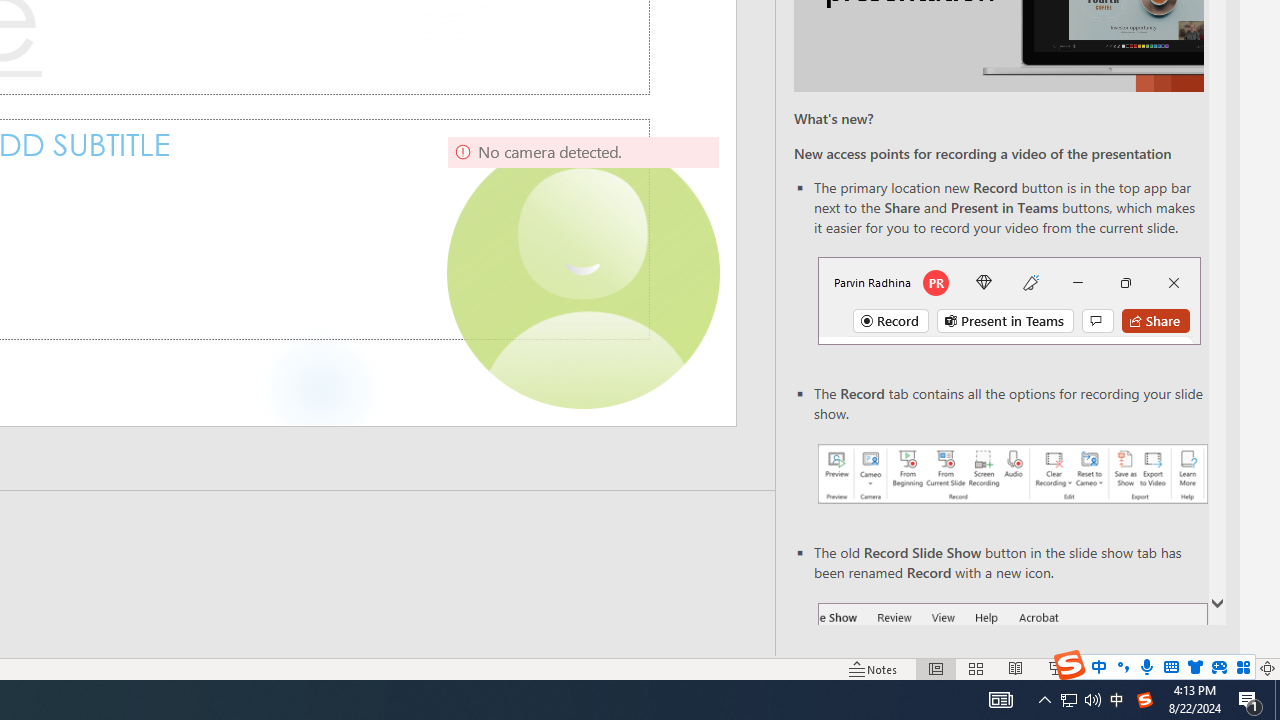 Image resolution: width=1280 pixels, height=720 pixels. Describe the element at coordinates (1266, 669) in the screenshot. I see `'Zoom to Fit '` at that location.